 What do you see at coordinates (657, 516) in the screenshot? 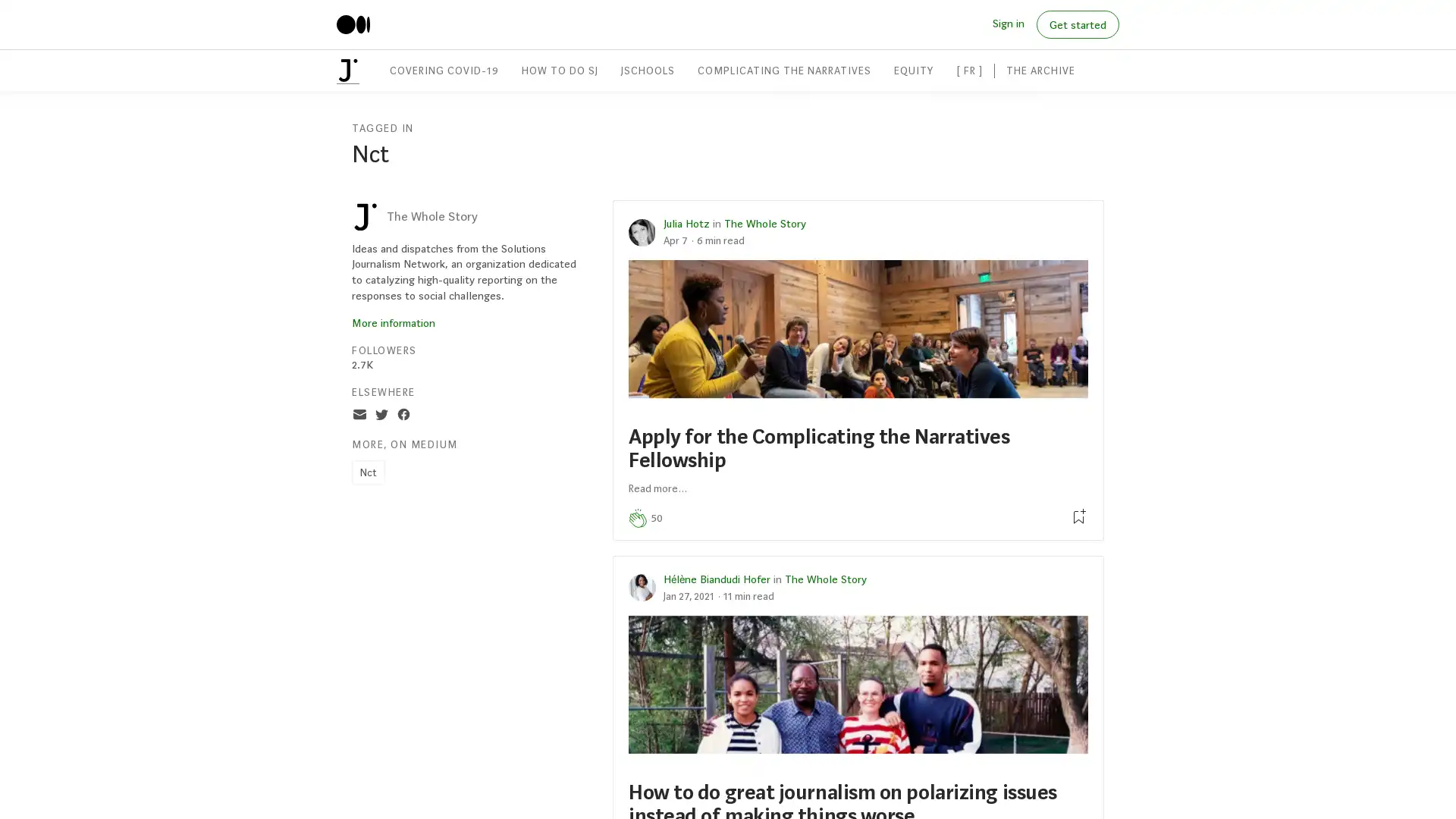
I see `50` at bounding box center [657, 516].